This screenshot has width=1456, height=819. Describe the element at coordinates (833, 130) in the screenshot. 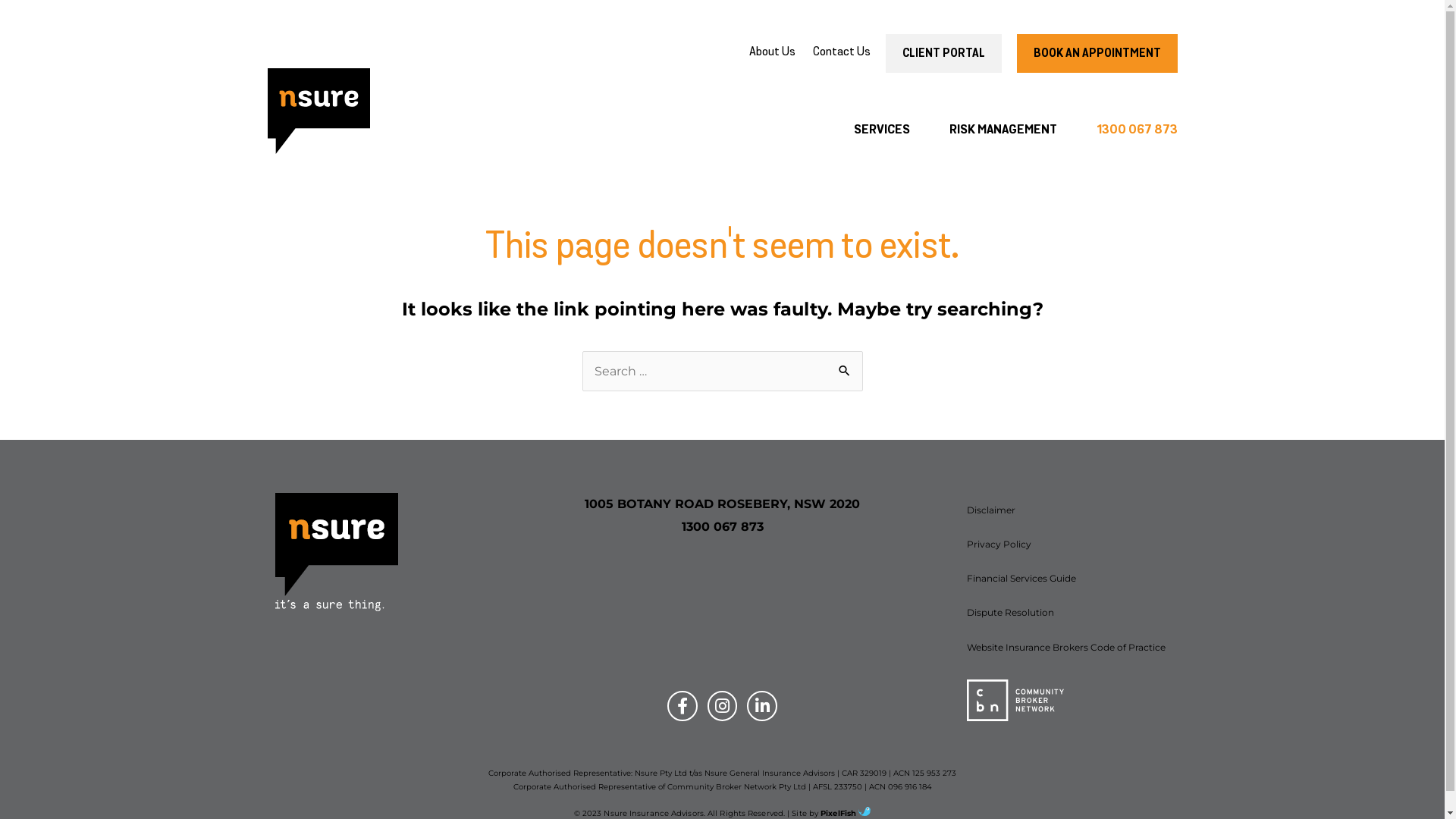

I see `'SERVICES'` at that location.